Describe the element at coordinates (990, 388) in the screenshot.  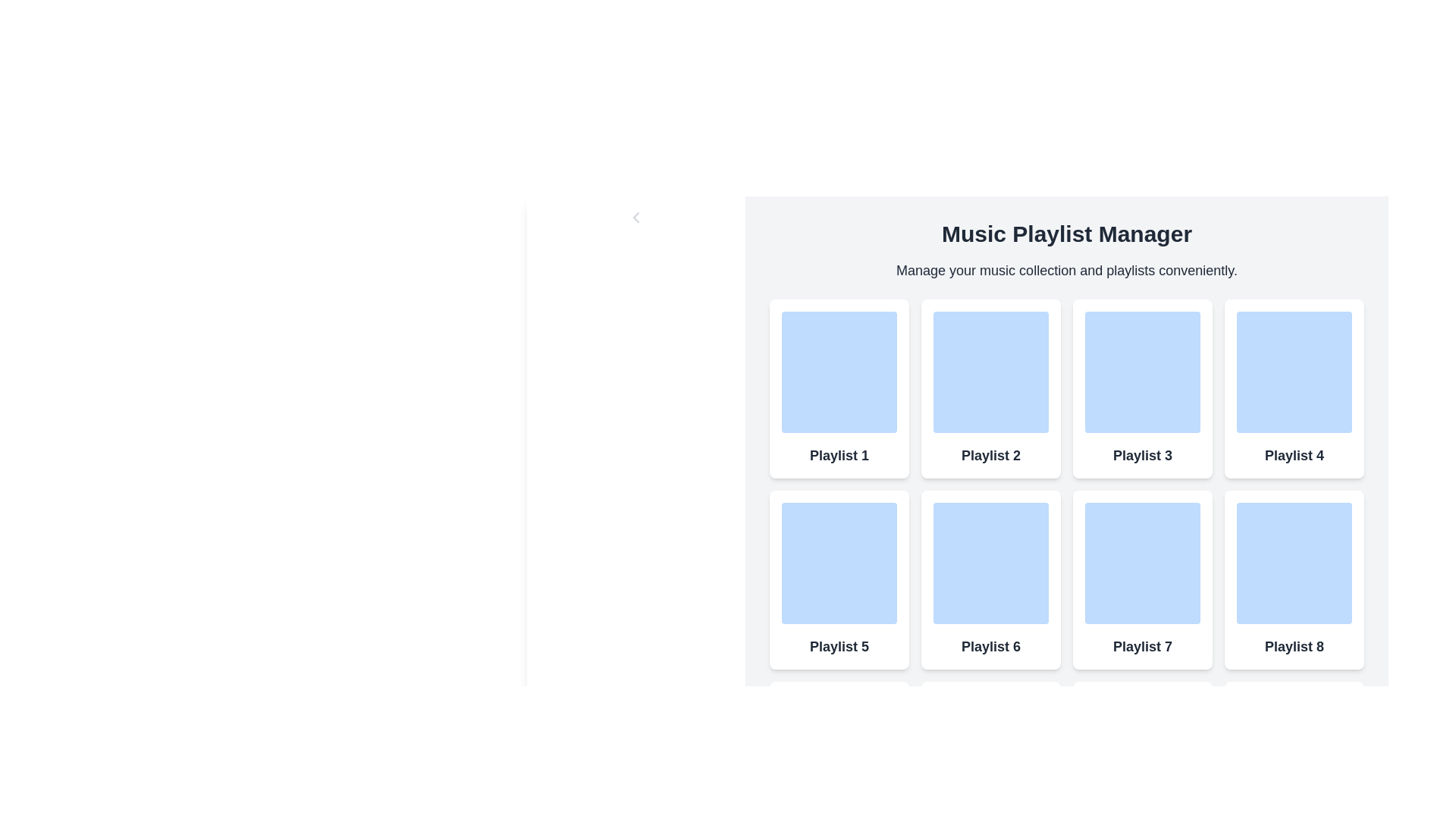
I see `the second card in the playlist manager interface` at that location.